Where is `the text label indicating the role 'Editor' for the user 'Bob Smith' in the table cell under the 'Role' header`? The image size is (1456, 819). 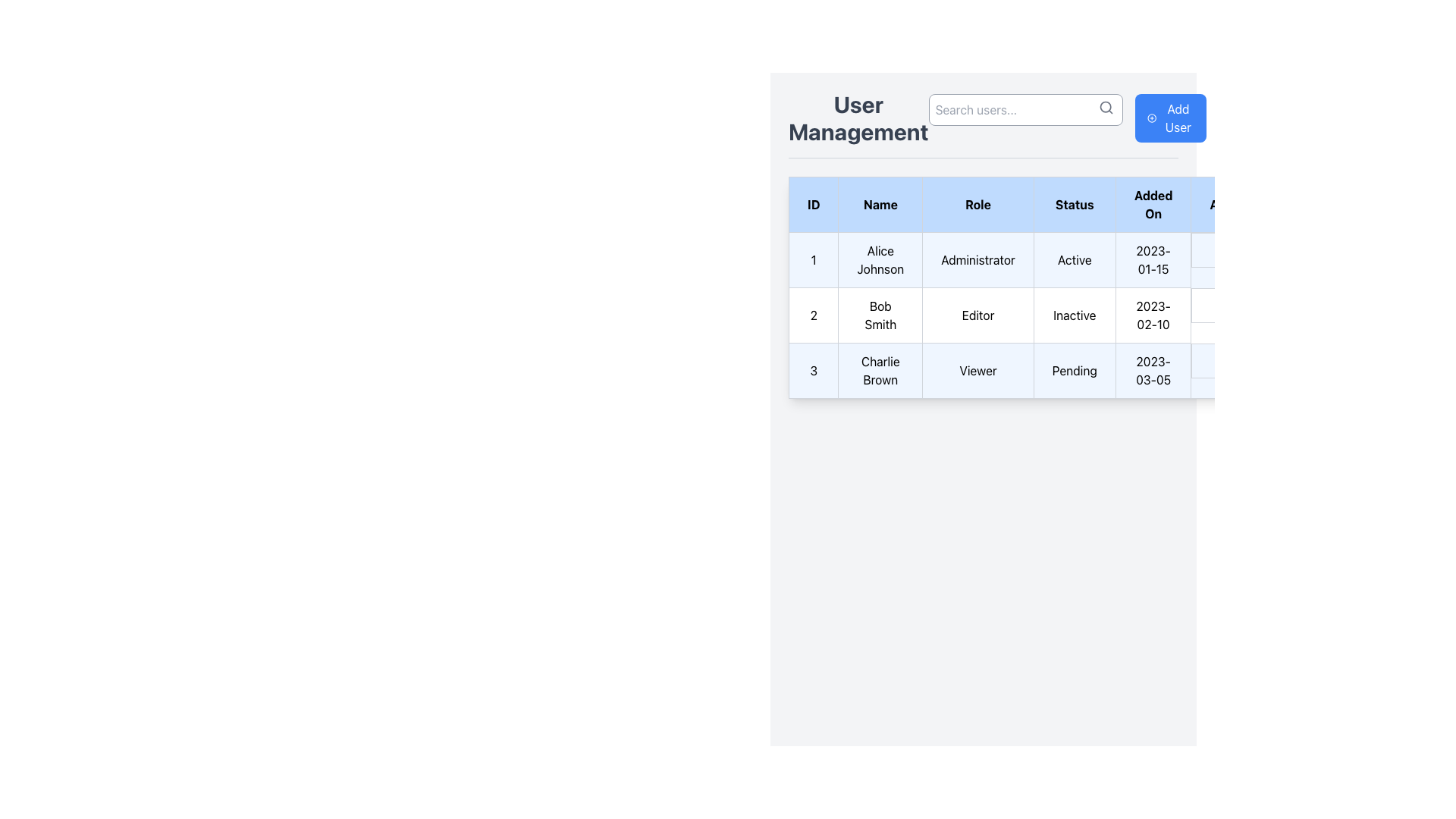
the text label indicating the role 'Editor' for the user 'Bob Smith' in the table cell under the 'Role' header is located at coordinates (978, 315).